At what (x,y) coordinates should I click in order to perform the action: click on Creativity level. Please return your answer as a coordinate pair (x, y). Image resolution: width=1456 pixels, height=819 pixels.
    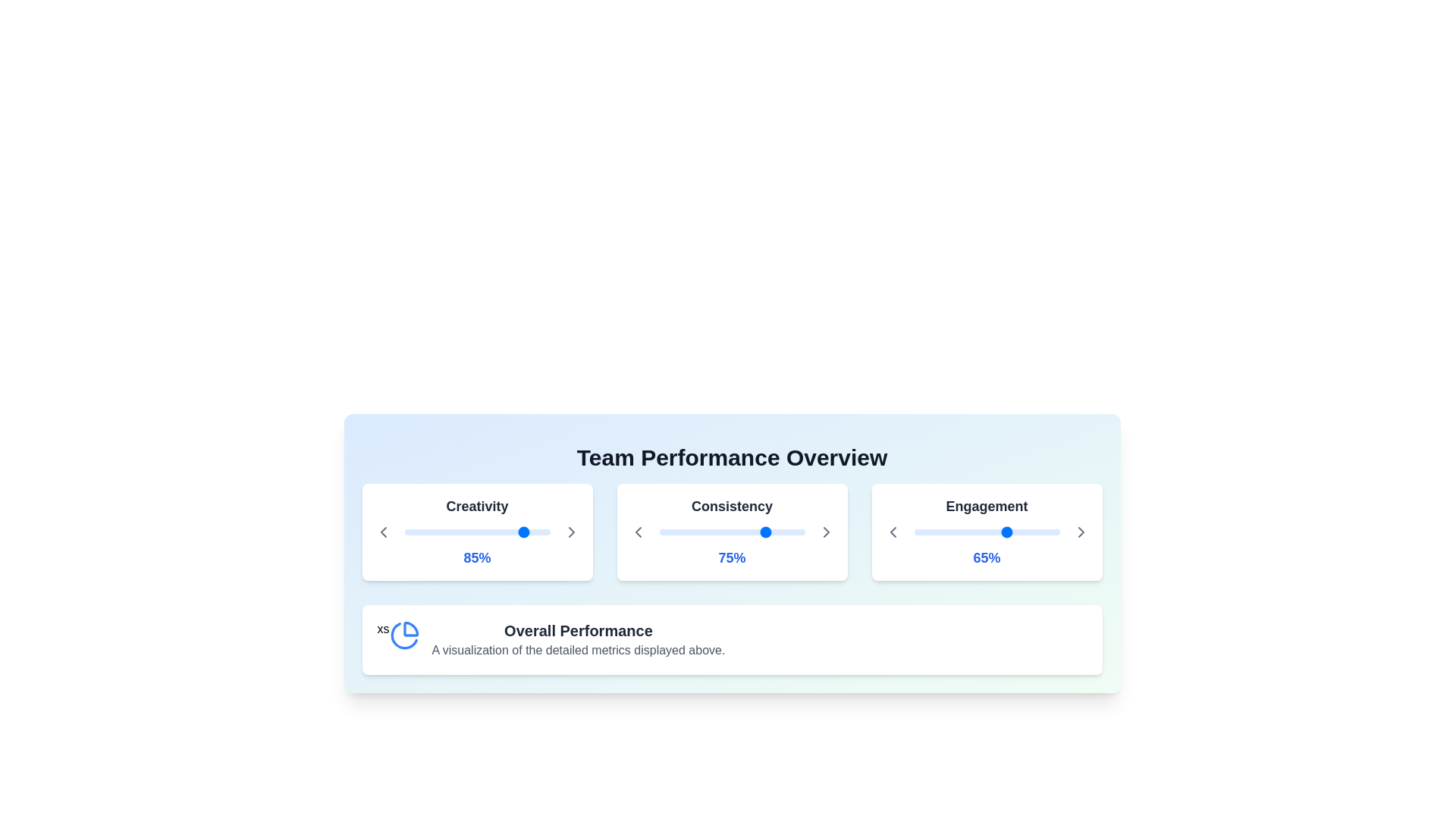
    Looking at the image, I should click on (444, 532).